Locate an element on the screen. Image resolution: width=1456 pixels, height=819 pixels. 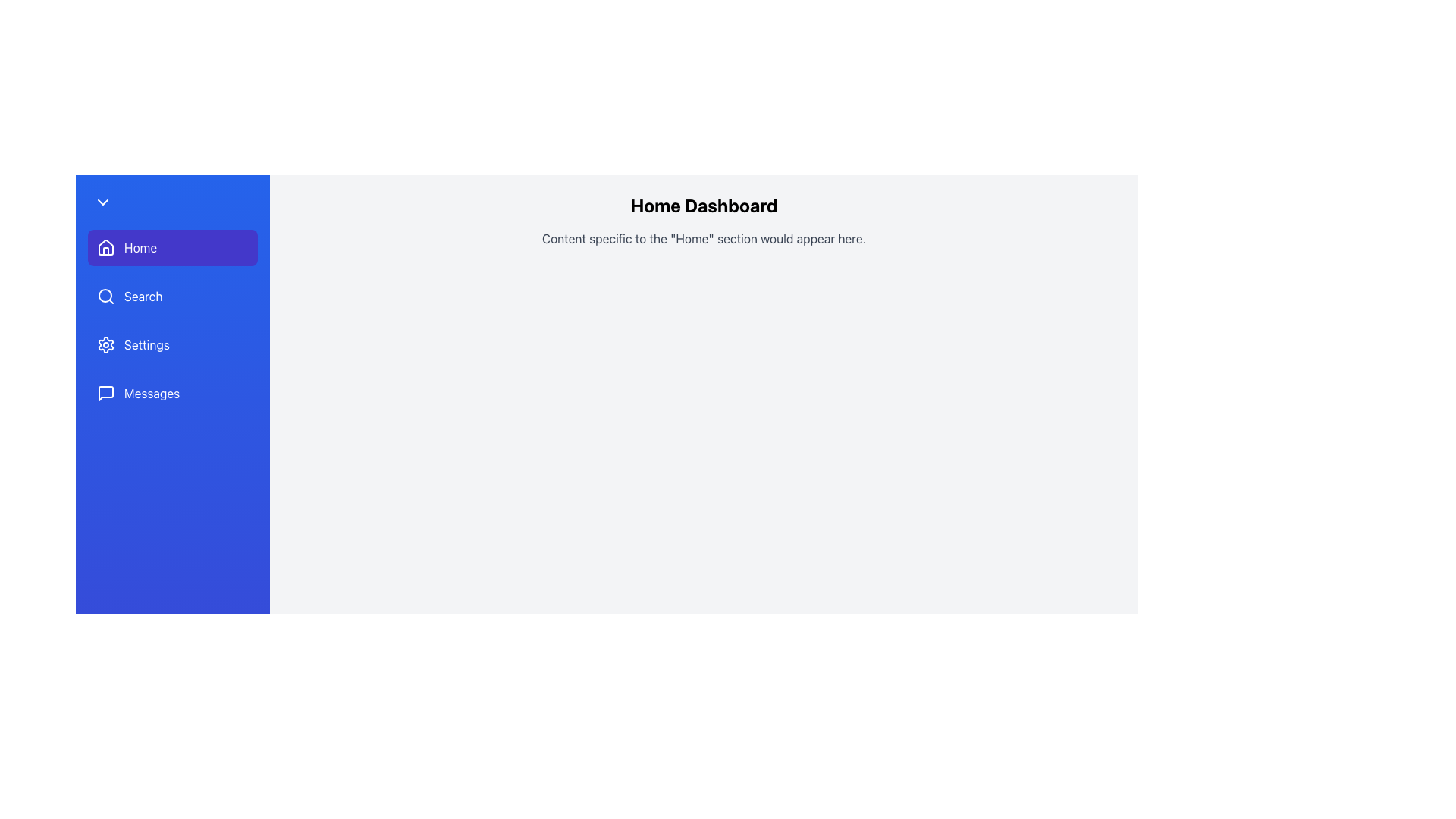
the button located in the left navigation sidebar, above the 'Home' section button is located at coordinates (172, 201).